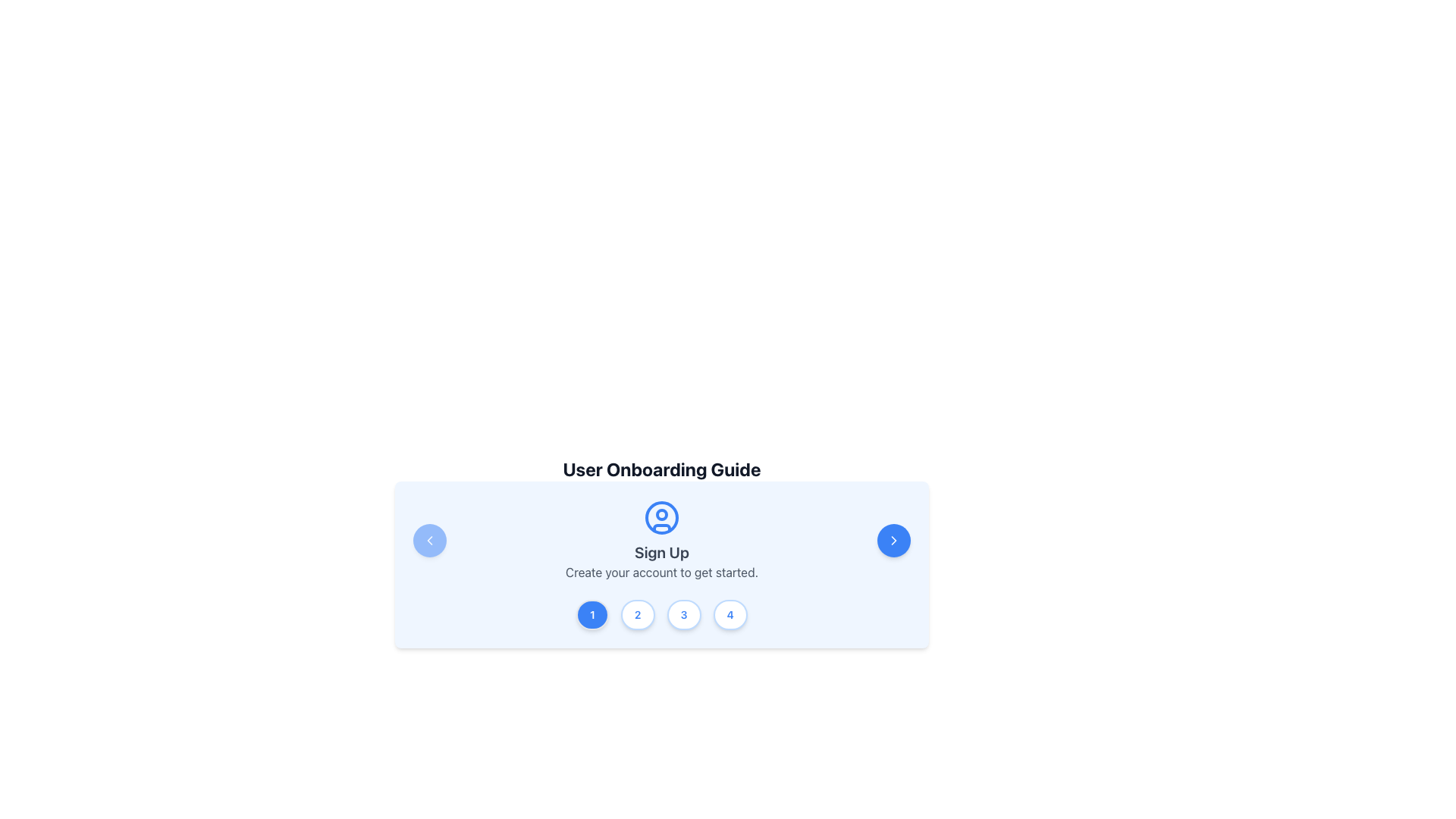 Image resolution: width=1456 pixels, height=819 pixels. What do you see at coordinates (638, 614) in the screenshot?
I see `the circular button with the number '2' in a bold, blue font, which is the second clickable step indicator in the user onboarding guide` at bounding box center [638, 614].